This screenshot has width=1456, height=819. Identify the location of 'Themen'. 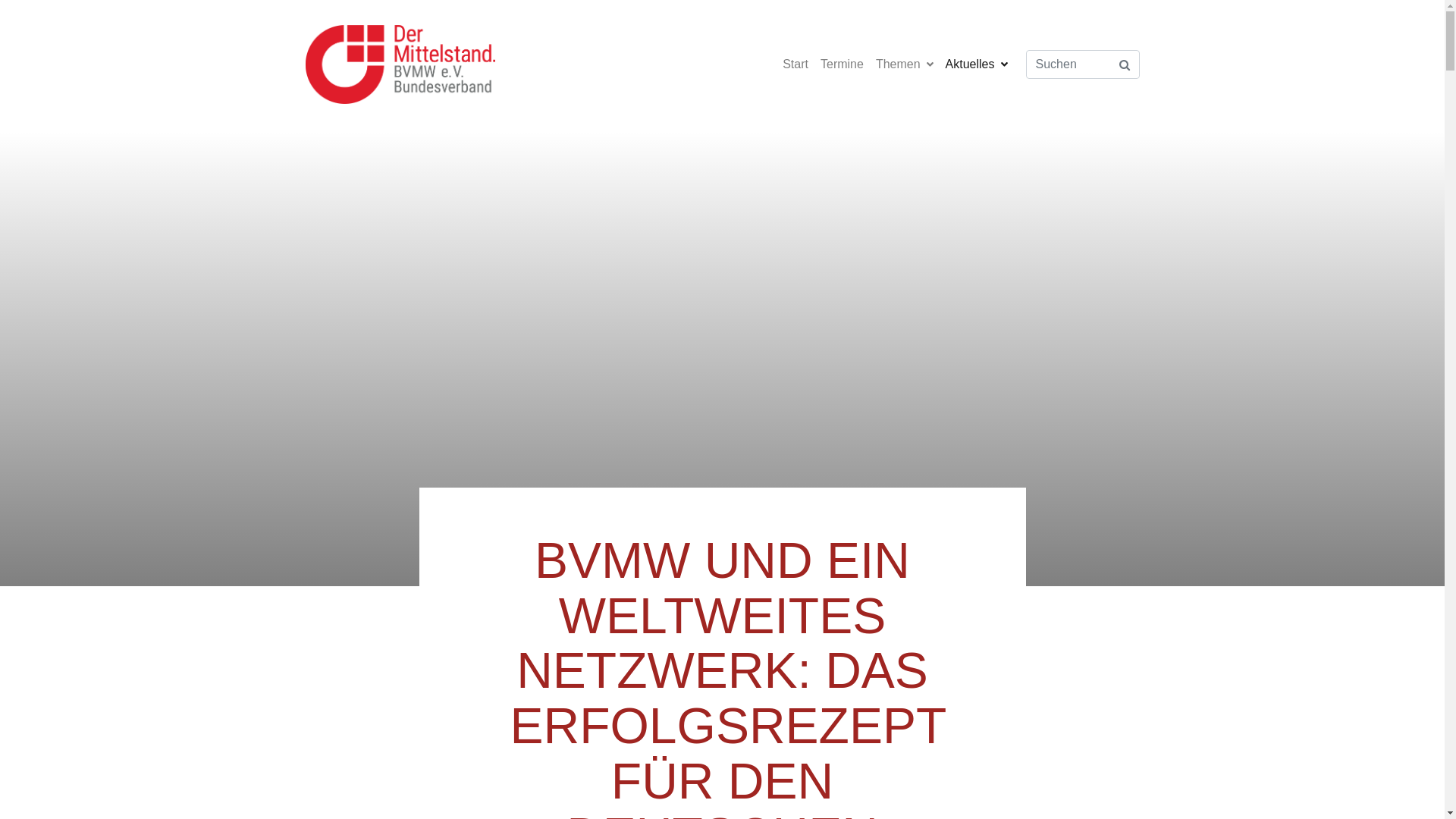
(905, 63).